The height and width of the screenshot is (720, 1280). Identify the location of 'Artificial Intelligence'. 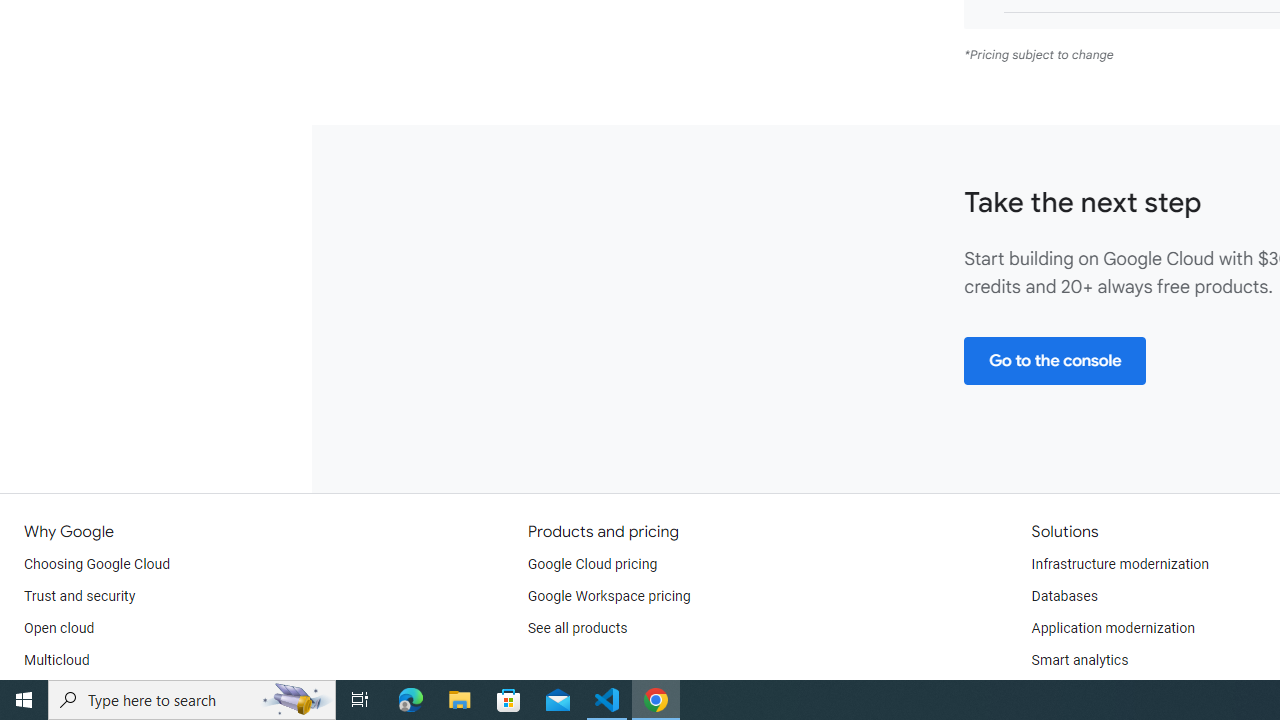
(1093, 691).